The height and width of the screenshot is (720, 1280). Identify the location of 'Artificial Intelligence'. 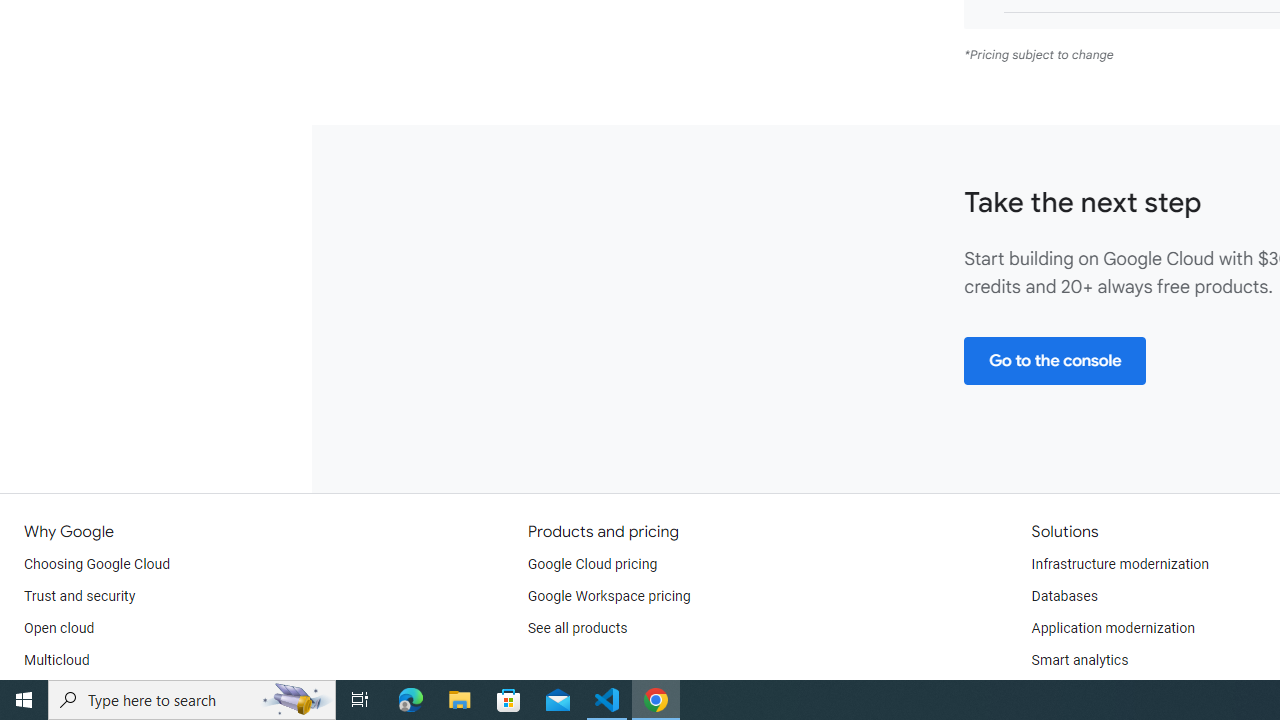
(1093, 691).